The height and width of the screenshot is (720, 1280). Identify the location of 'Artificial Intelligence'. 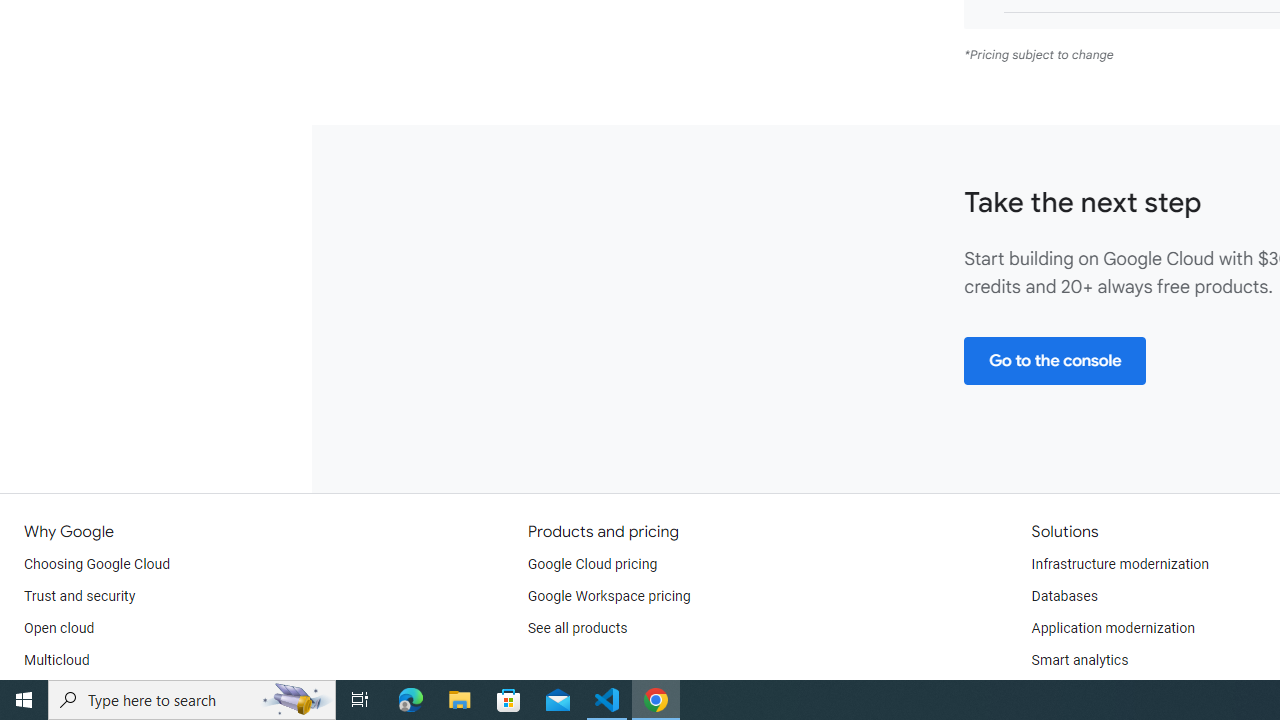
(1093, 691).